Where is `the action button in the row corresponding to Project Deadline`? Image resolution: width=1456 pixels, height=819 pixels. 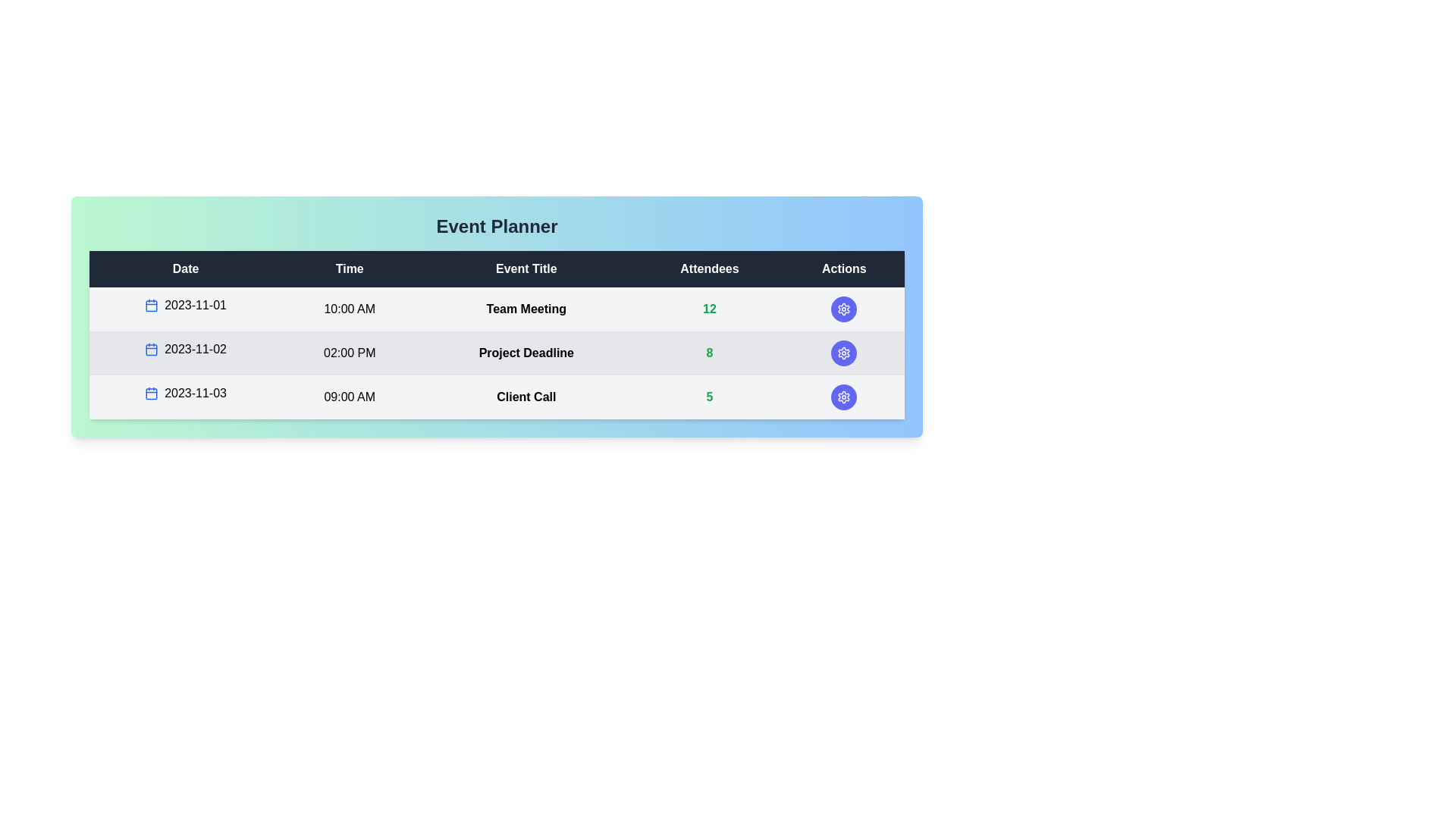
the action button in the row corresponding to Project Deadline is located at coordinates (843, 353).